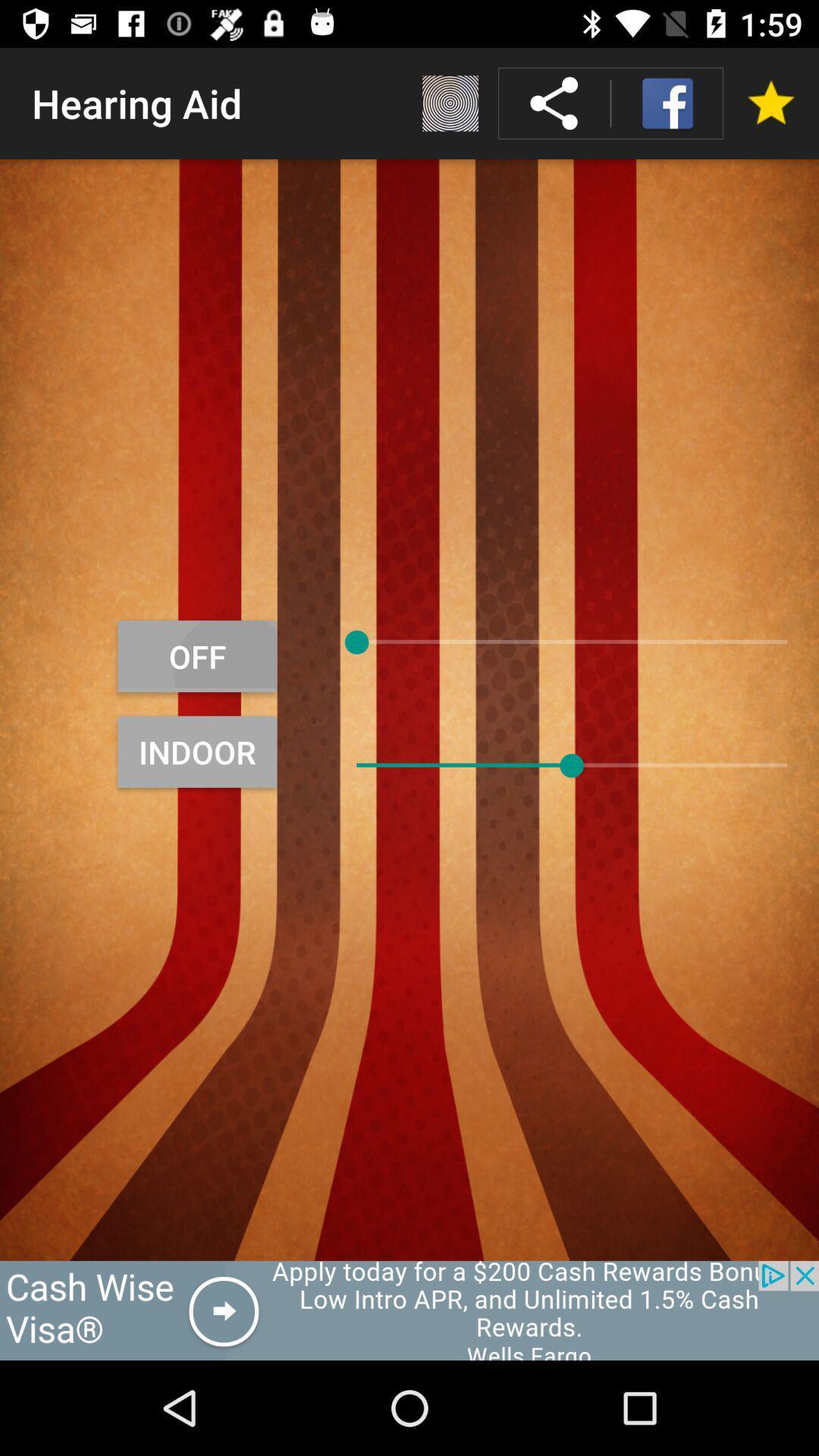 This screenshot has width=819, height=1456. I want to click on advertisement page, so click(409, 1310).